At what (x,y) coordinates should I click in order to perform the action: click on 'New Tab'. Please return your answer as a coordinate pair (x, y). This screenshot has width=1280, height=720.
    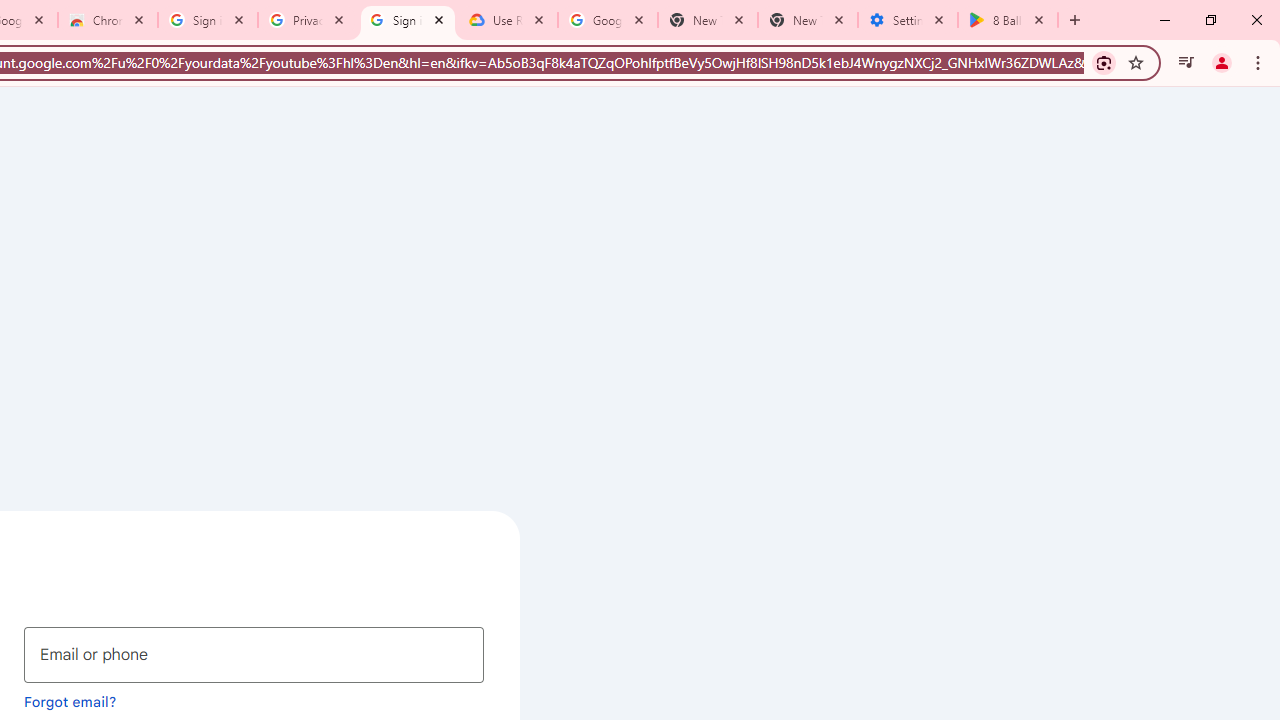
    Looking at the image, I should click on (807, 20).